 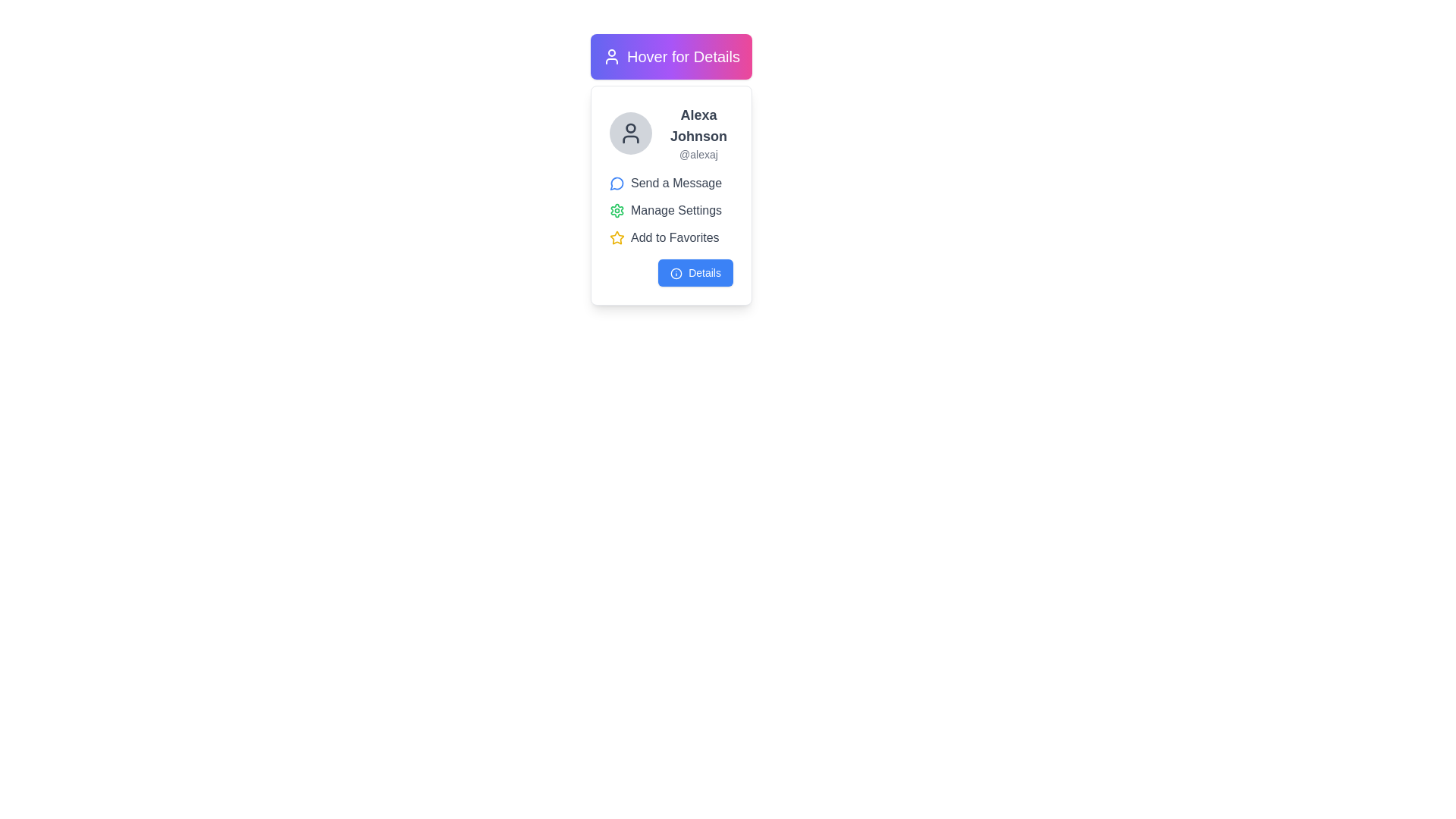 What do you see at coordinates (695, 271) in the screenshot?
I see `the user profile details button located at the bottom of the user's details card` at bounding box center [695, 271].